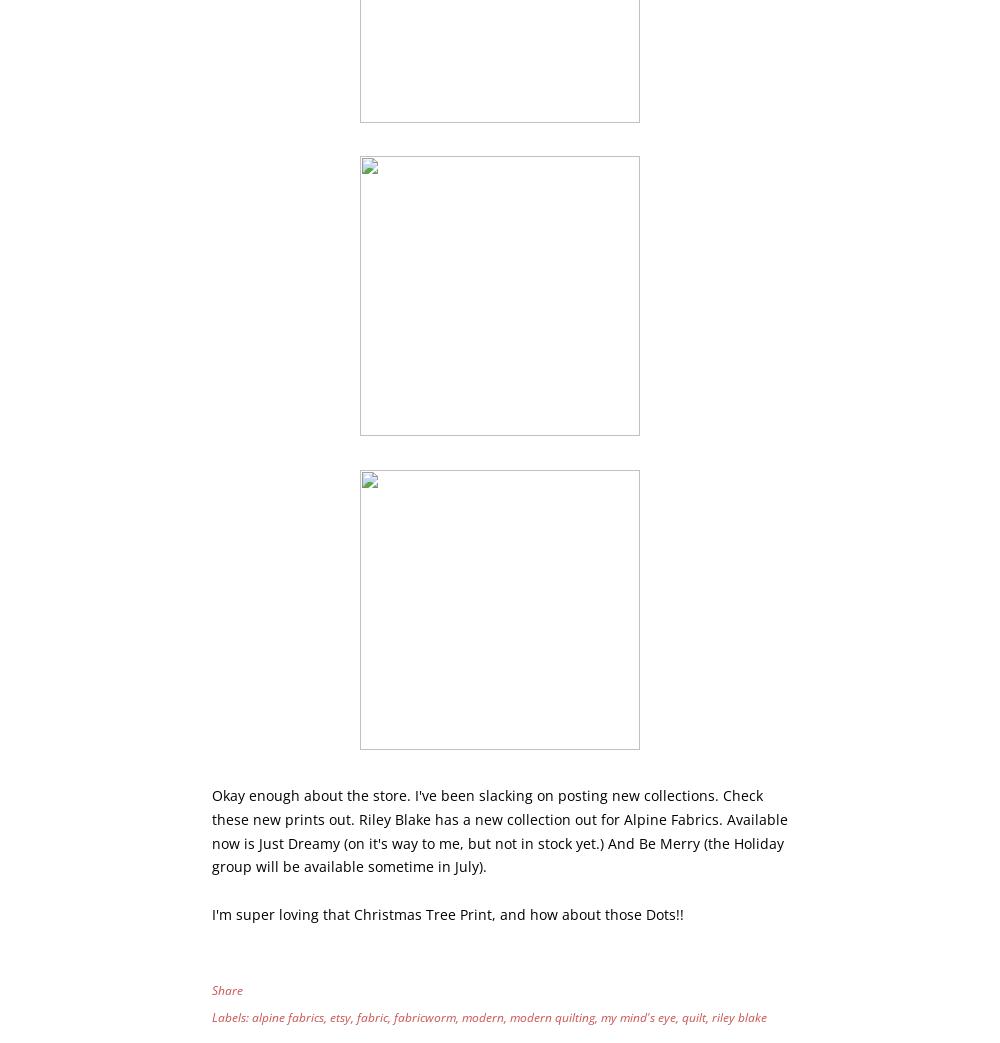 The height and width of the screenshot is (1043, 1000). Describe the element at coordinates (371, 1017) in the screenshot. I see `'fabric'` at that location.